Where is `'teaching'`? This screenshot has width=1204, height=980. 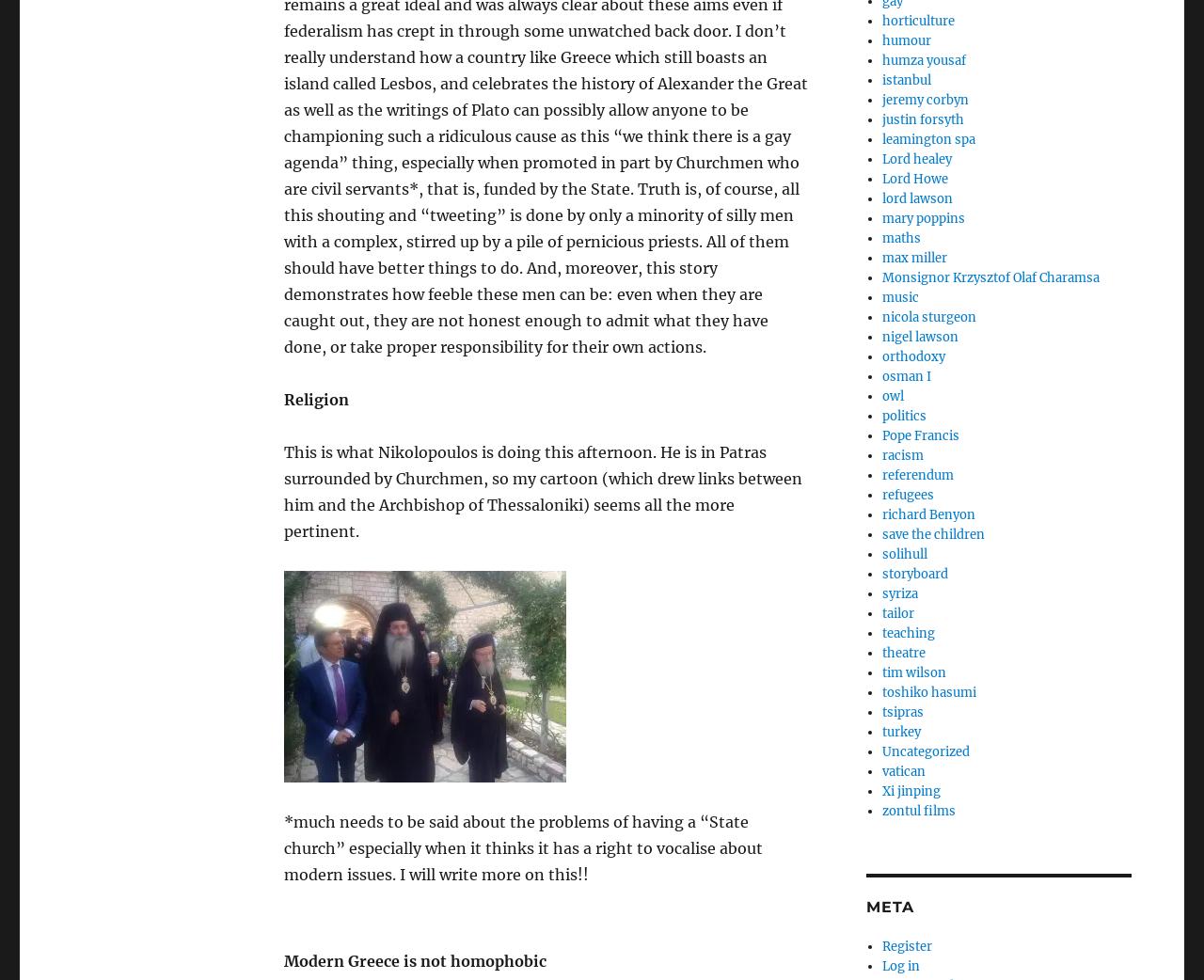 'teaching' is located at coordinates (879, 633).